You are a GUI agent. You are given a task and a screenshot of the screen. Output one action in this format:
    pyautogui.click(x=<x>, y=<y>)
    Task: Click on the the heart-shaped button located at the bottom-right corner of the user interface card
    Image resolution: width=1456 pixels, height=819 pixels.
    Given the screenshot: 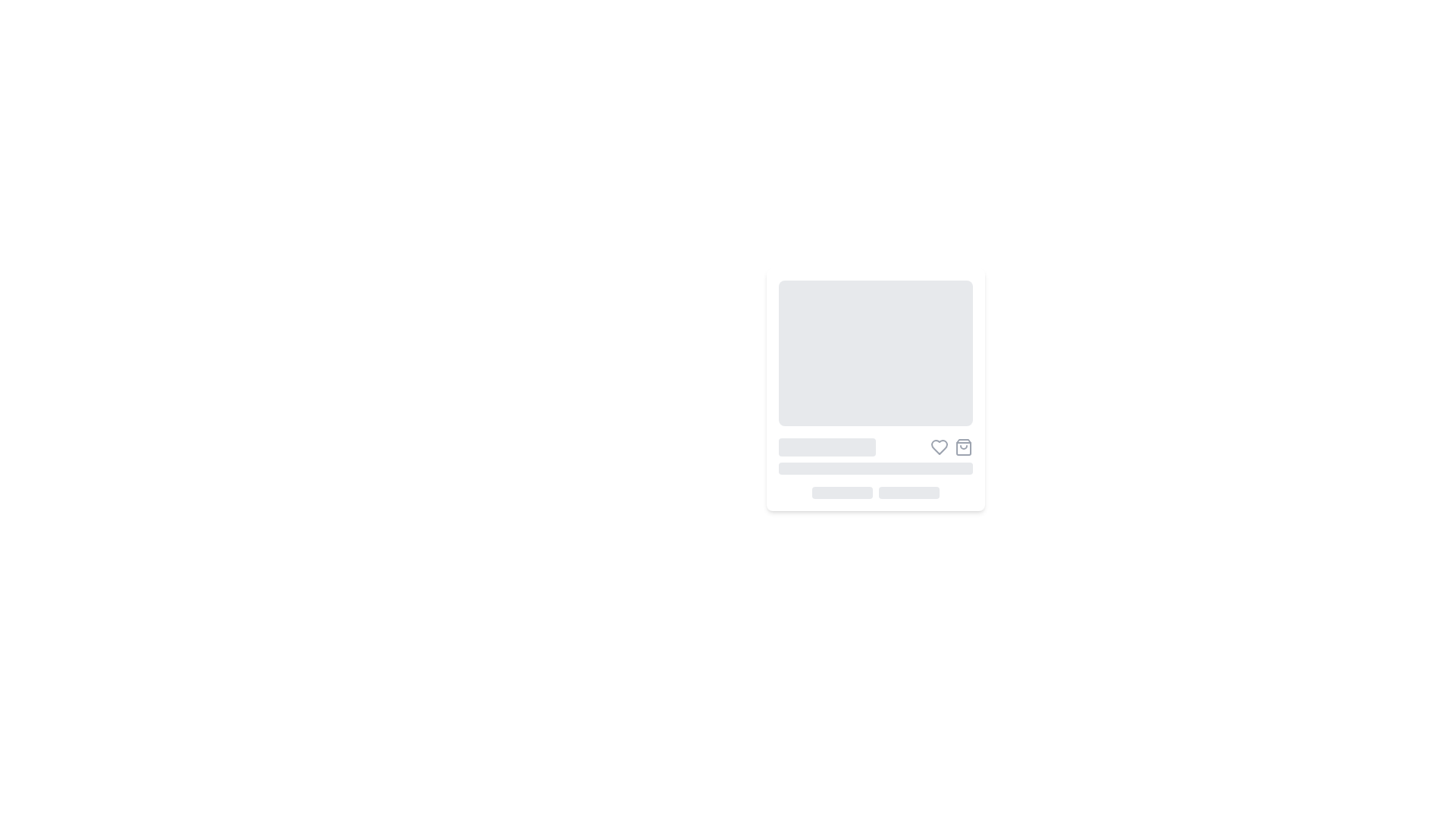 What is the action you would take?
    pyautogui.click(x=938, y=447)
    